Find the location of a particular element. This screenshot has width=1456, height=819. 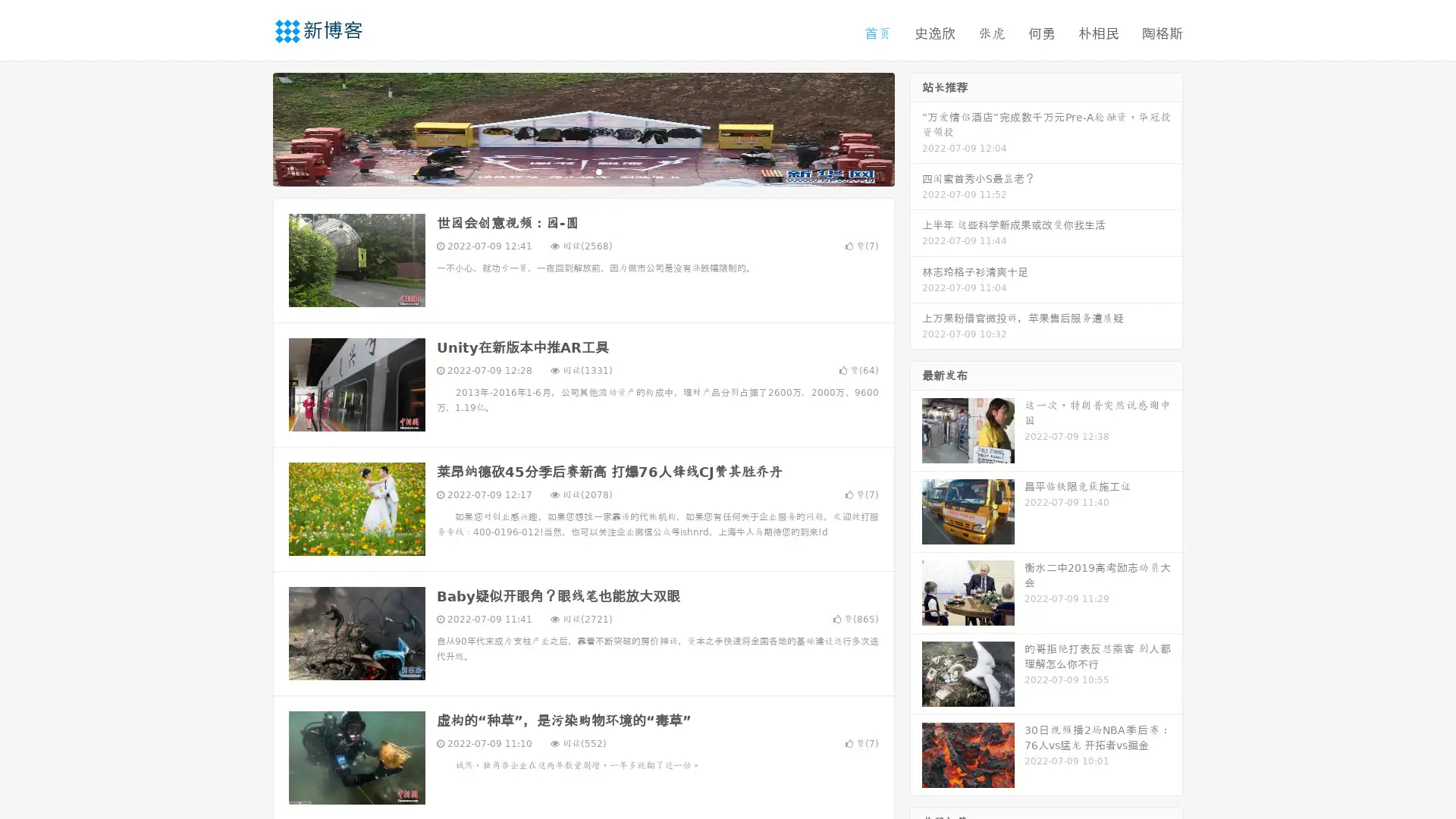

Next slide is located at coordinates (916, 127).